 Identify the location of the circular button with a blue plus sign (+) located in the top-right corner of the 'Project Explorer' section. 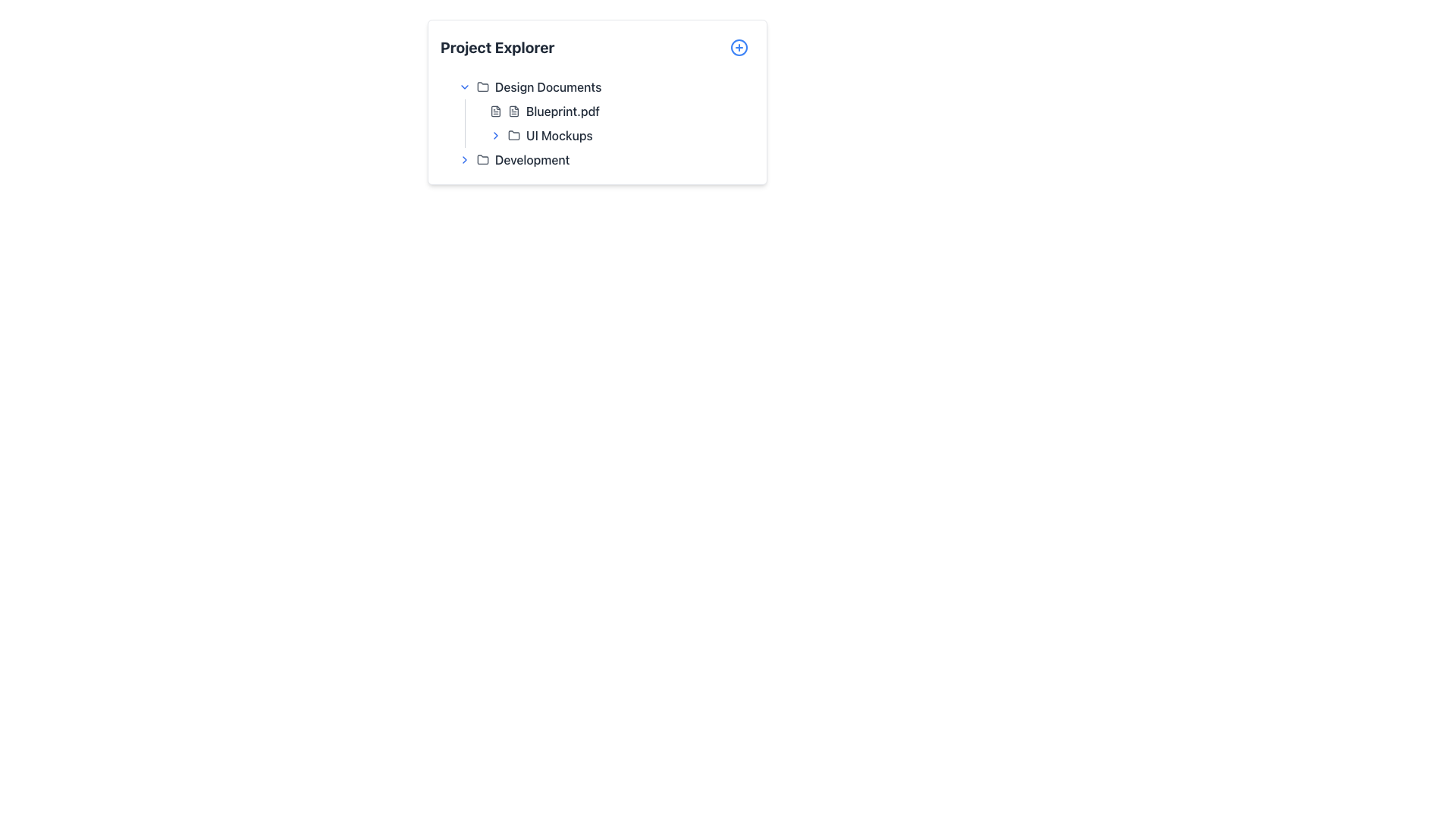
(739, 46).